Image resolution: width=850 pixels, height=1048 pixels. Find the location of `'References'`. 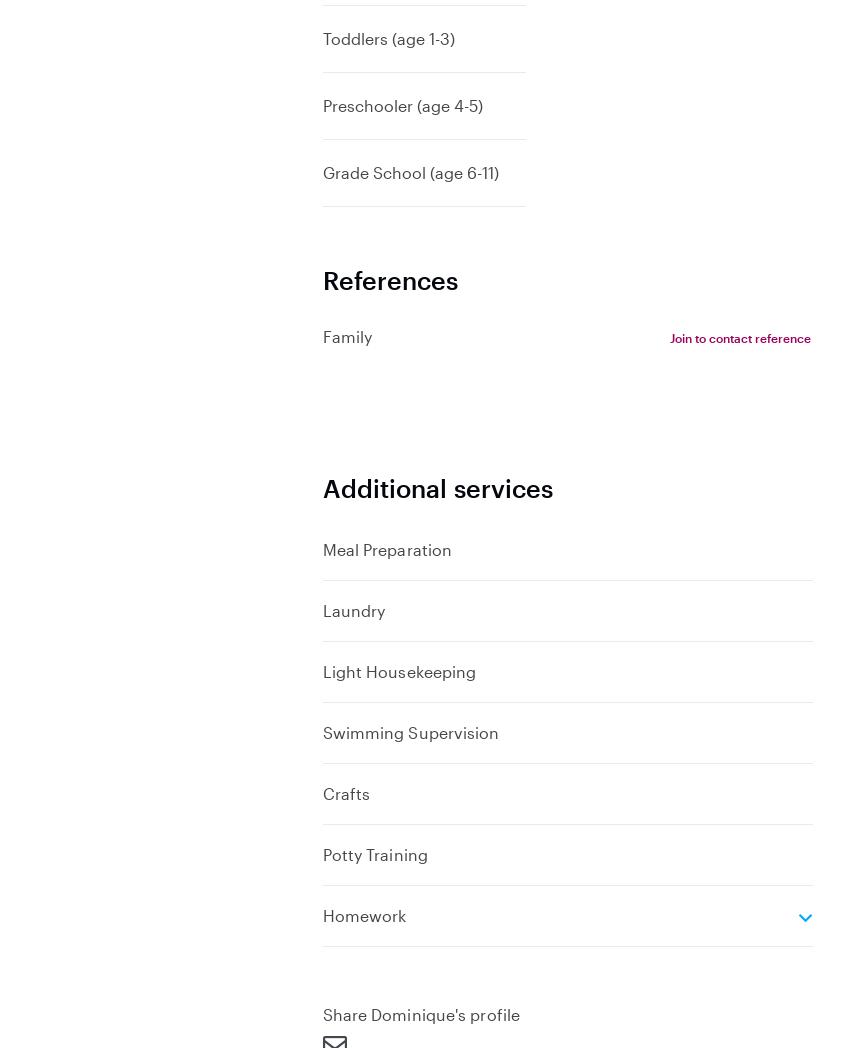

'References' is located at coordinates (321, 277).